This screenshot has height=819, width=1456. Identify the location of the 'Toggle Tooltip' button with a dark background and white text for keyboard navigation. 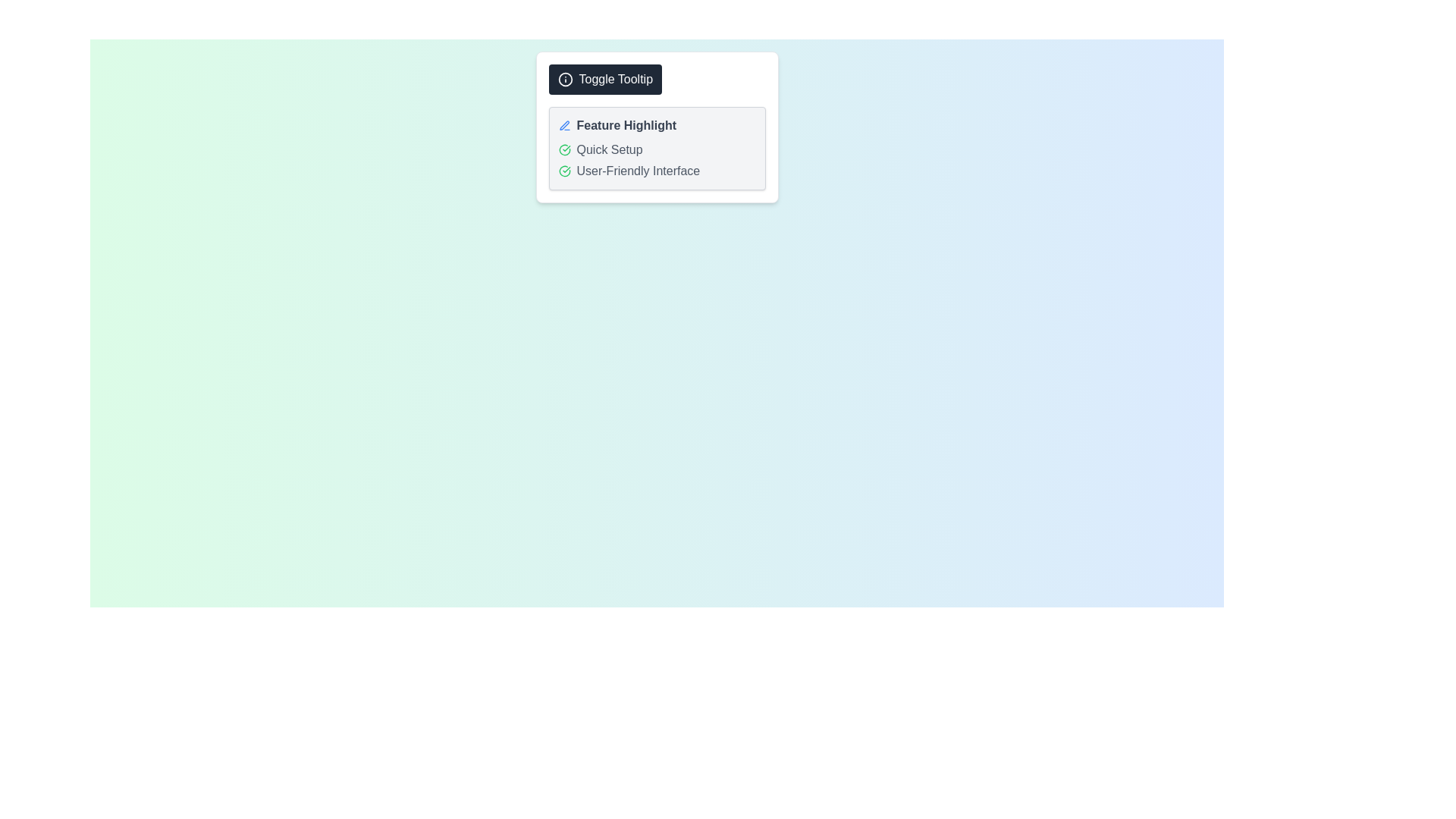
(604, 79).